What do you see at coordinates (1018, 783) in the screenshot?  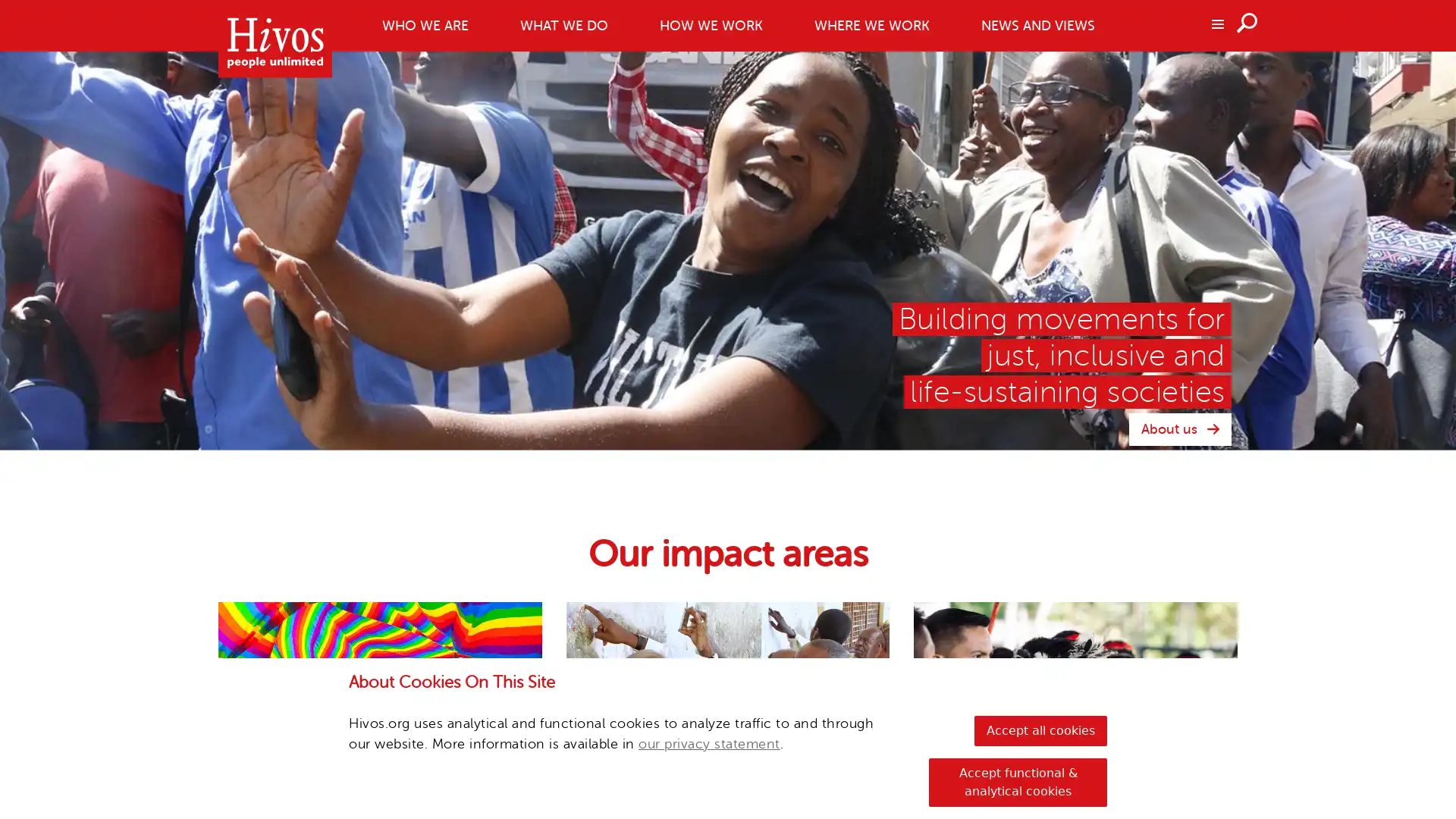 I see `Accept functional & analytical cookies` at bounding box center [1018, 783].